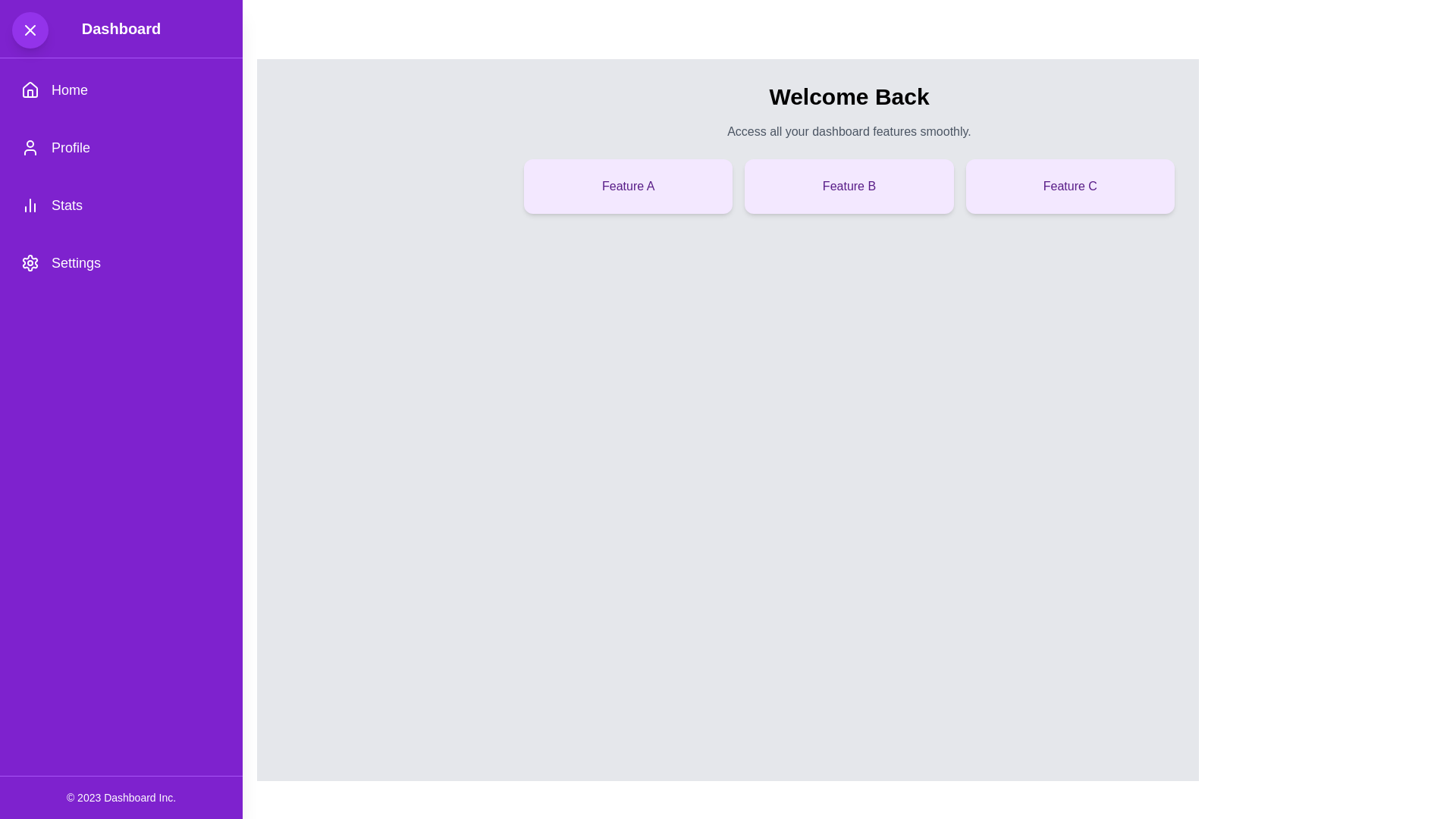 Image resolution: width=1456 pixels, height=819 pixels. Describe the element at coordinates (848, 130) in the screenshot. I see `the subheading text element located below the 'Welcome Back' header in the main dashboard area` at that location.